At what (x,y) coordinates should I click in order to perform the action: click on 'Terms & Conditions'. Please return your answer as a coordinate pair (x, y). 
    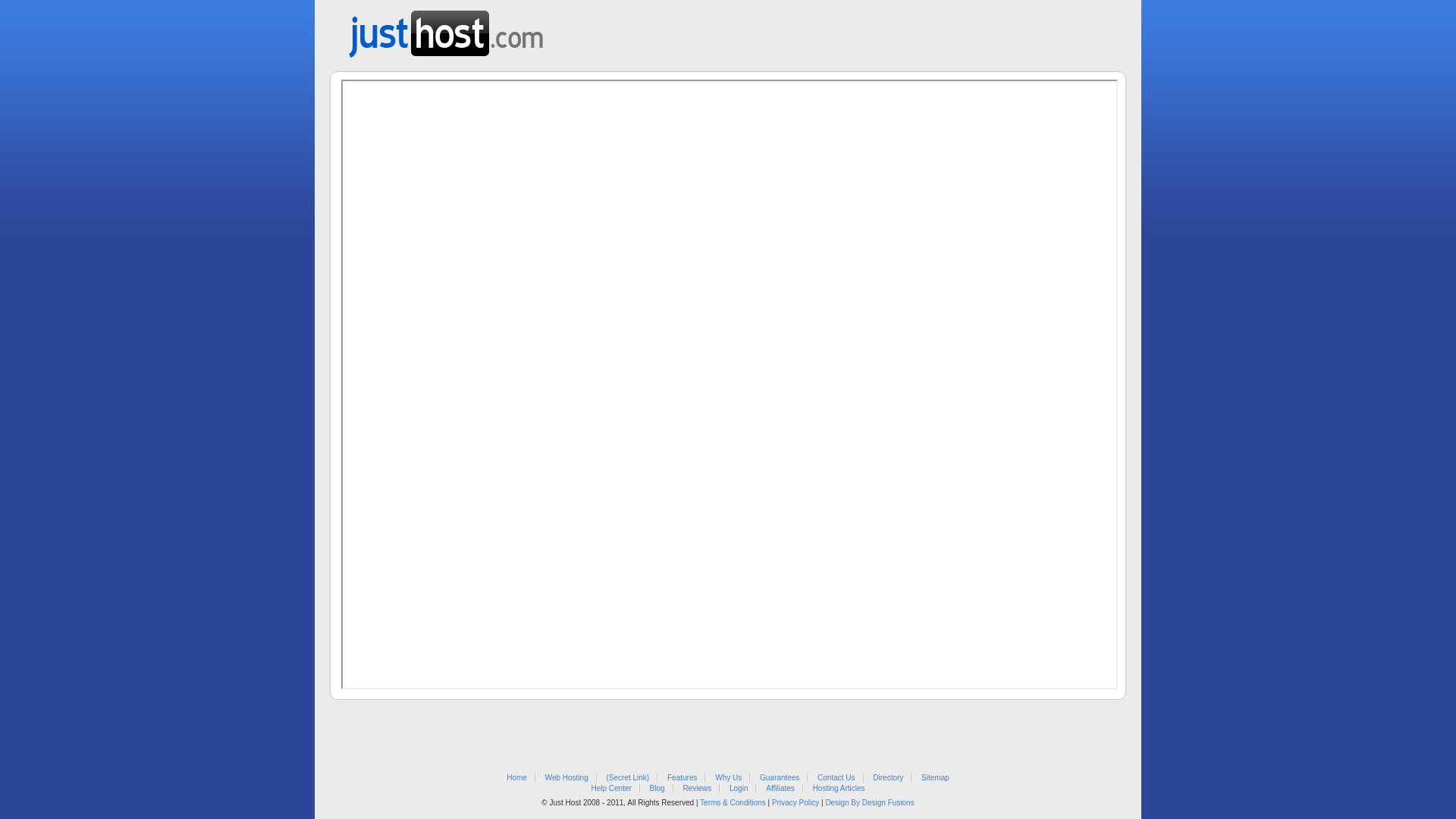
    Looking at the image, I should click on (733, 802).